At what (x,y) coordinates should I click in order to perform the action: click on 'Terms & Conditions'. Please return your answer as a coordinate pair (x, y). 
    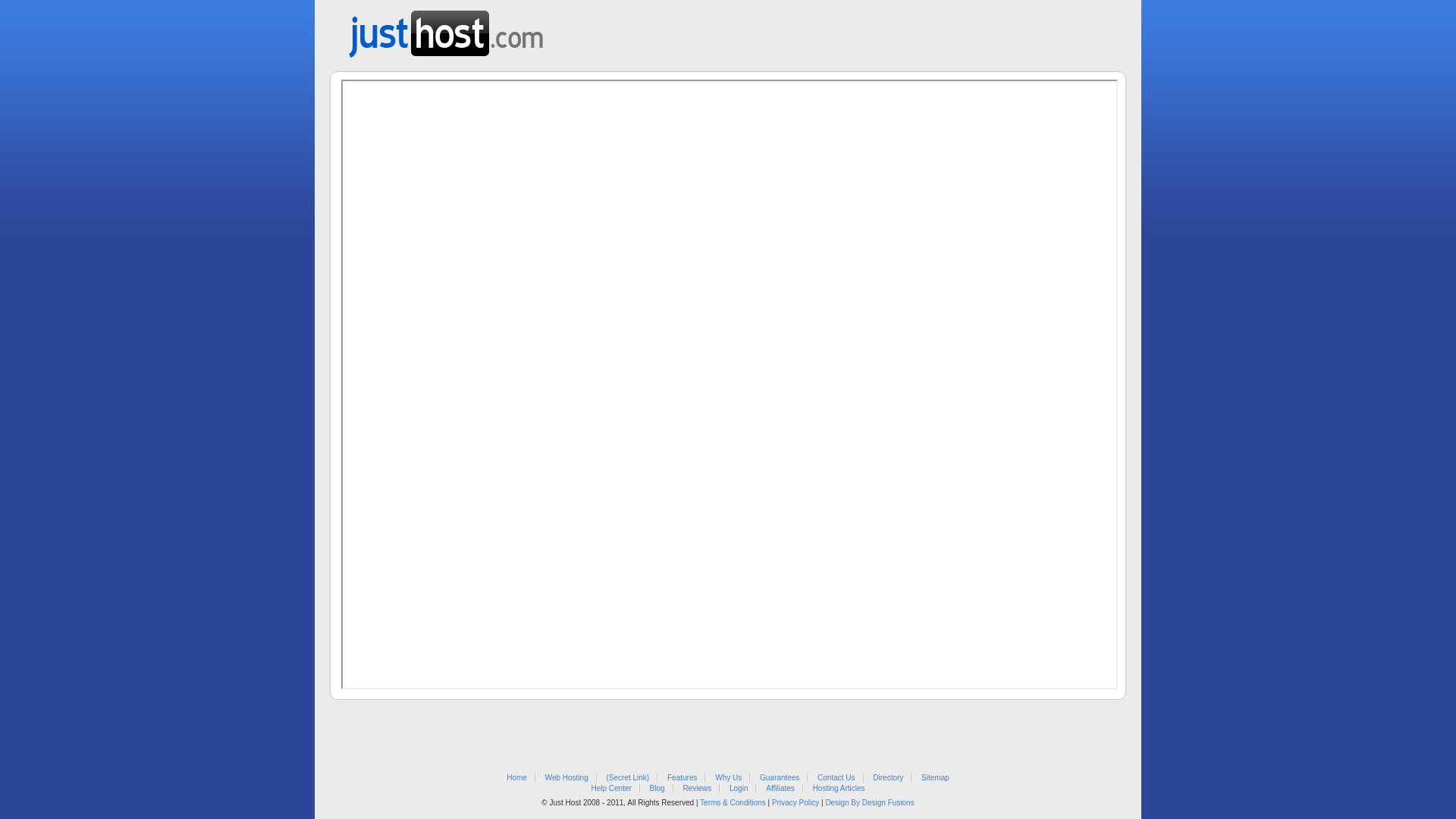
    Looking at the image, I should click on (733, 802).